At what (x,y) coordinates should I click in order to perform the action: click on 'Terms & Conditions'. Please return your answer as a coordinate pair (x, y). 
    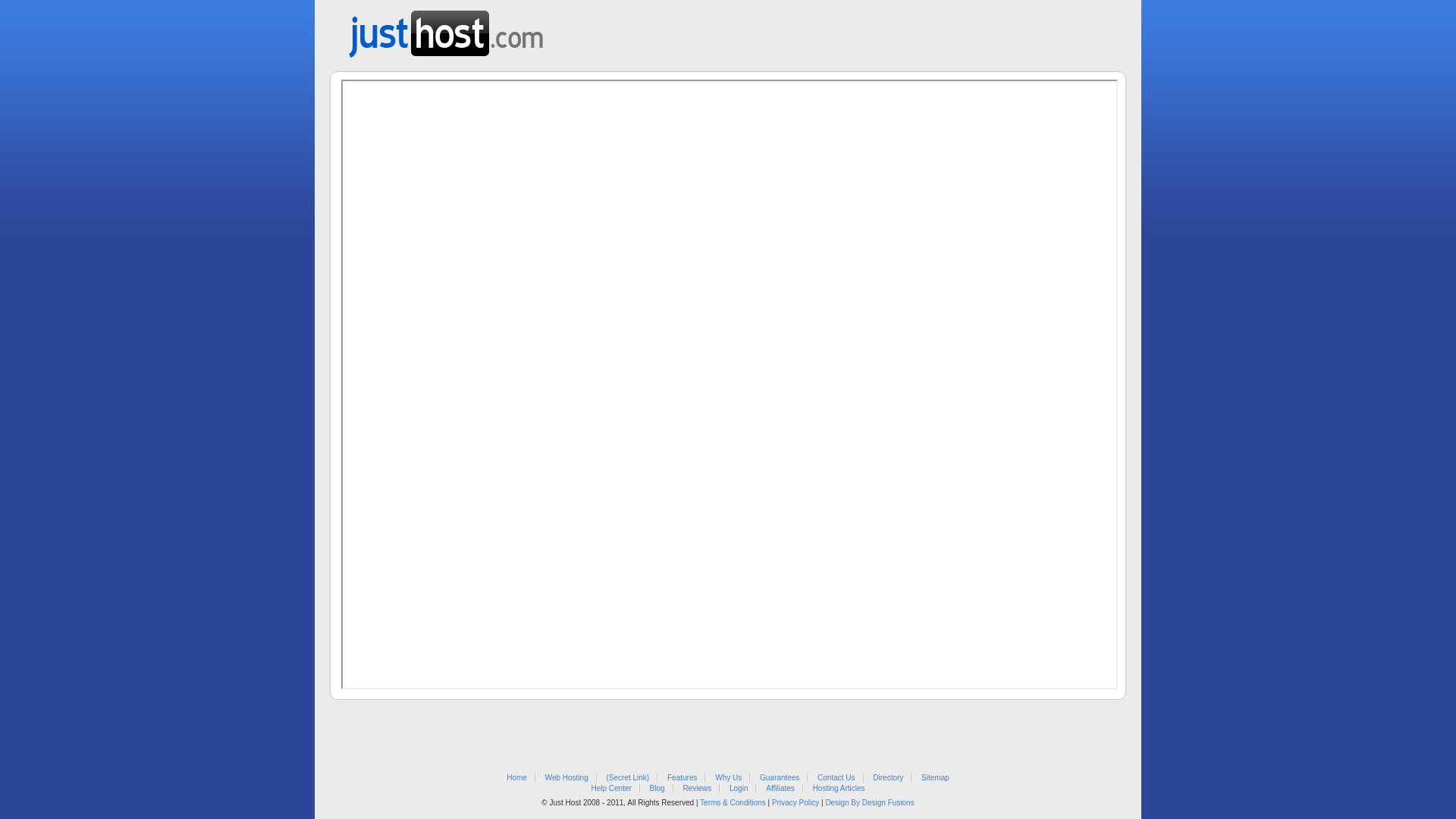
    Looking at the image, I should click on (733, 802).